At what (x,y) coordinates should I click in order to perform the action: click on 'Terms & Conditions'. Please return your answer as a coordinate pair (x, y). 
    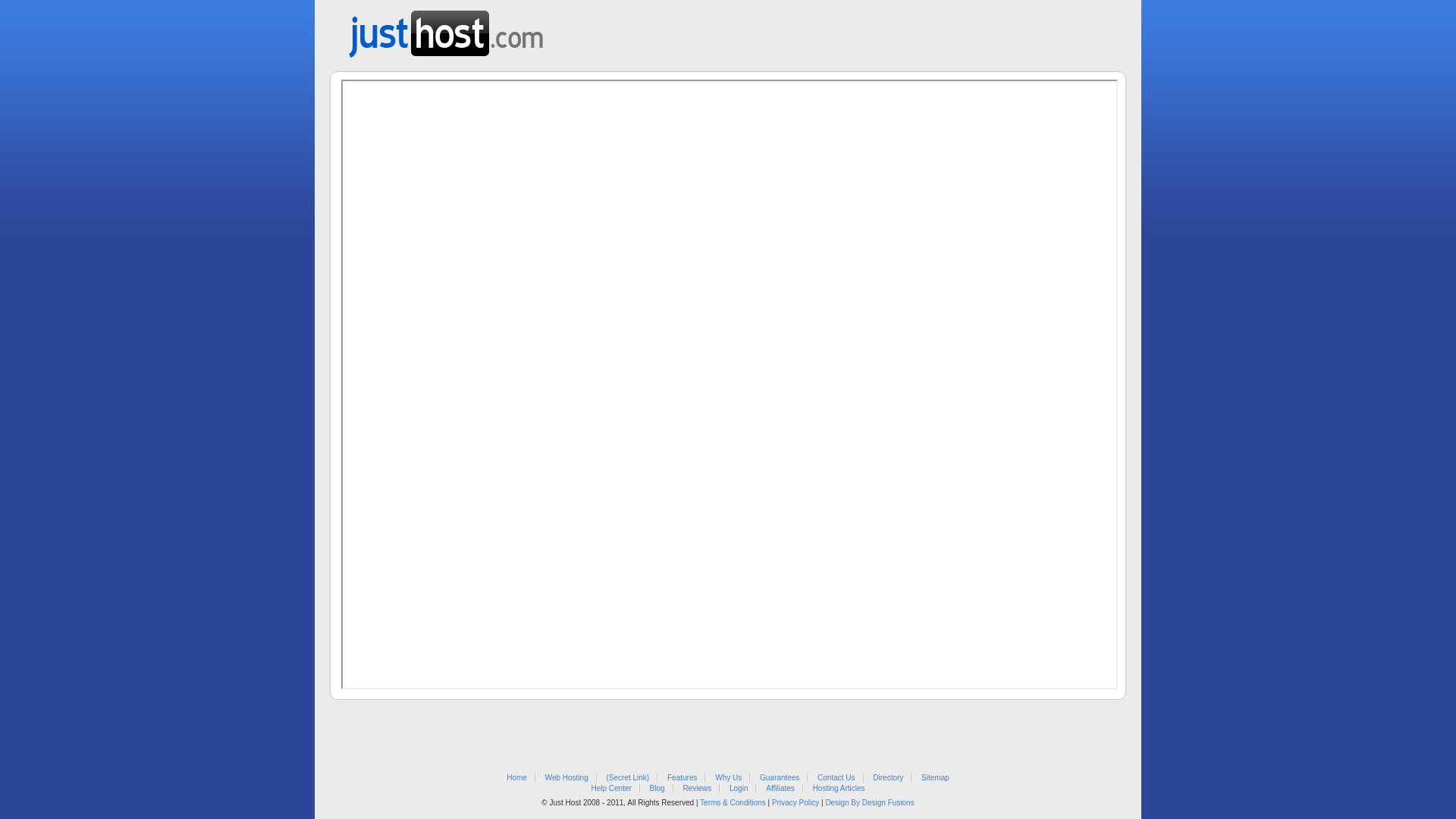
    Looking at the image, I should click on (733, 802).